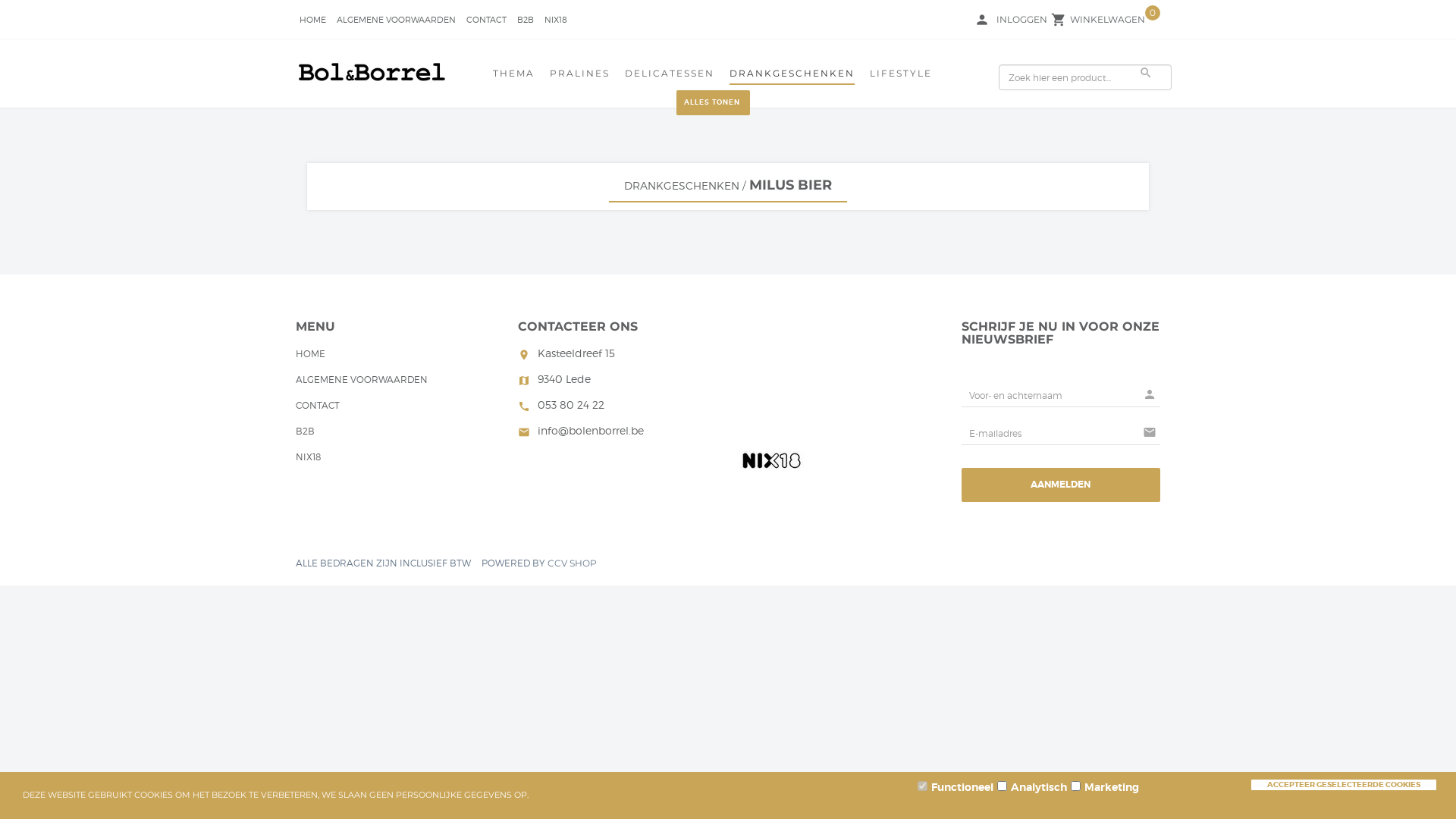 The image size is (1456, 819). What do you see at coordinates (982, 20) in the screenshot?
I see `'person'` at bounding box center [982, 20].